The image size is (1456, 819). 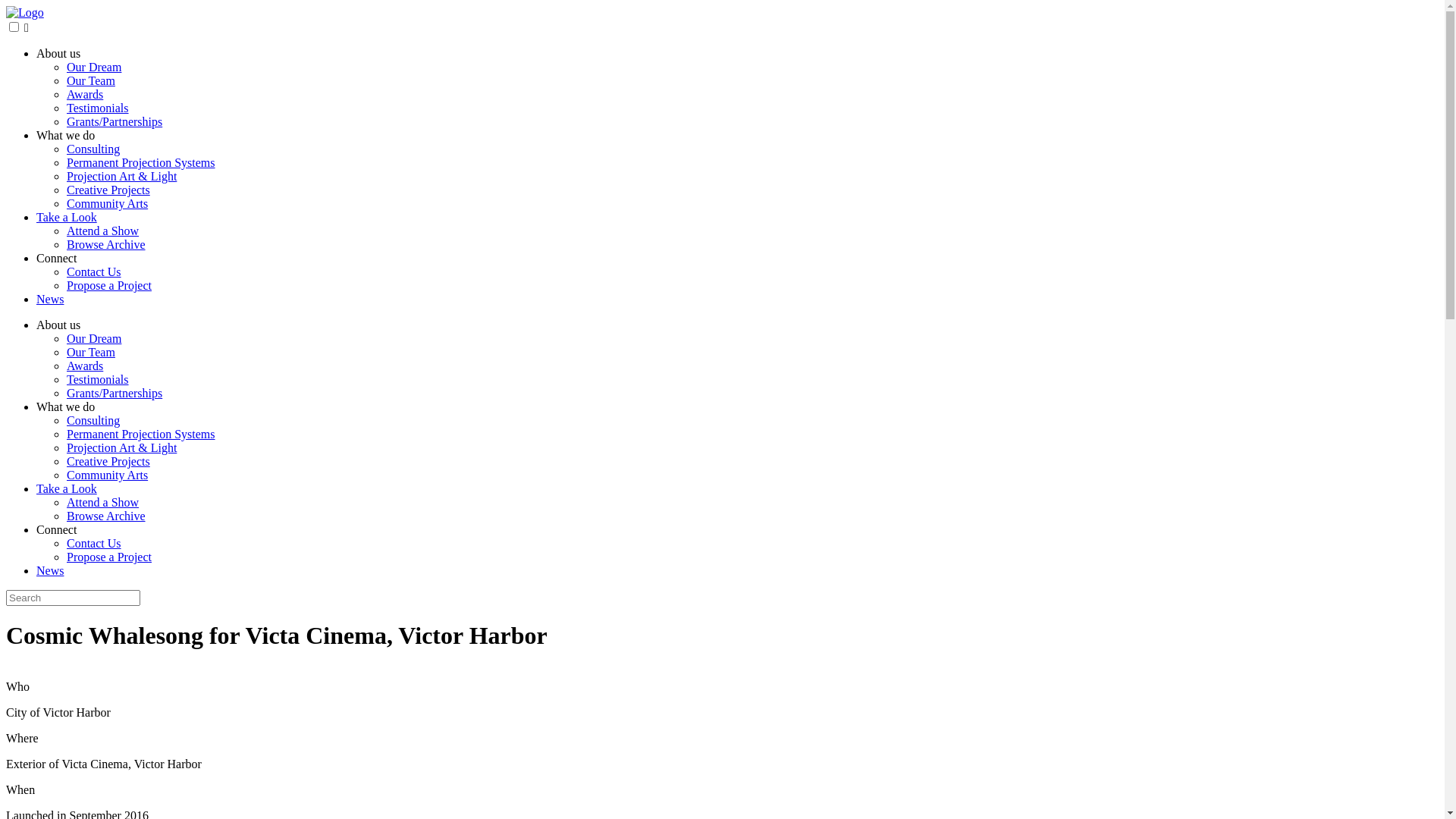 I want to click on 'Testimonials', so click(x=97, y=378).